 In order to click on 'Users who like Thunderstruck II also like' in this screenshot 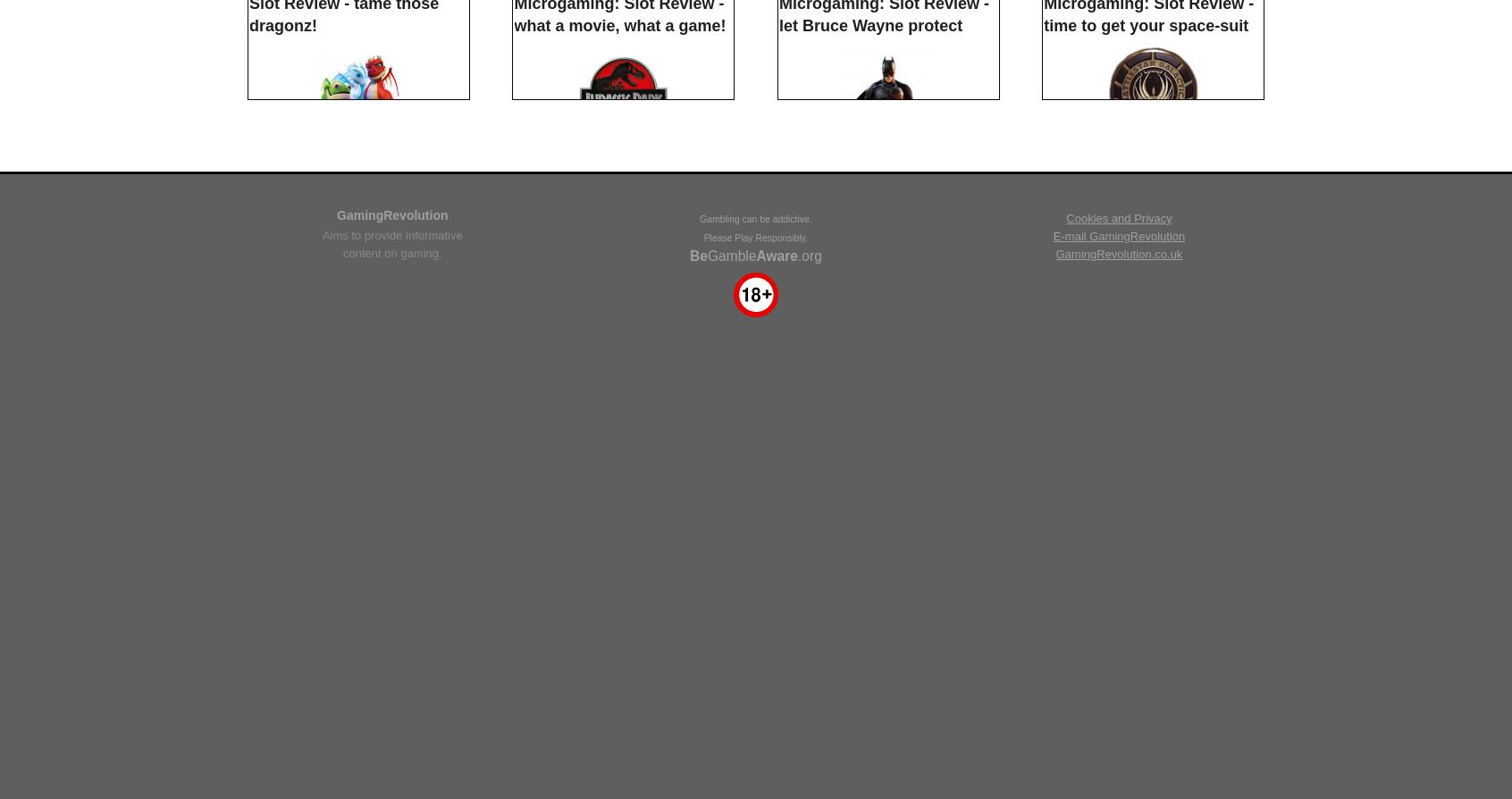, I will do `click(405, 168)`.